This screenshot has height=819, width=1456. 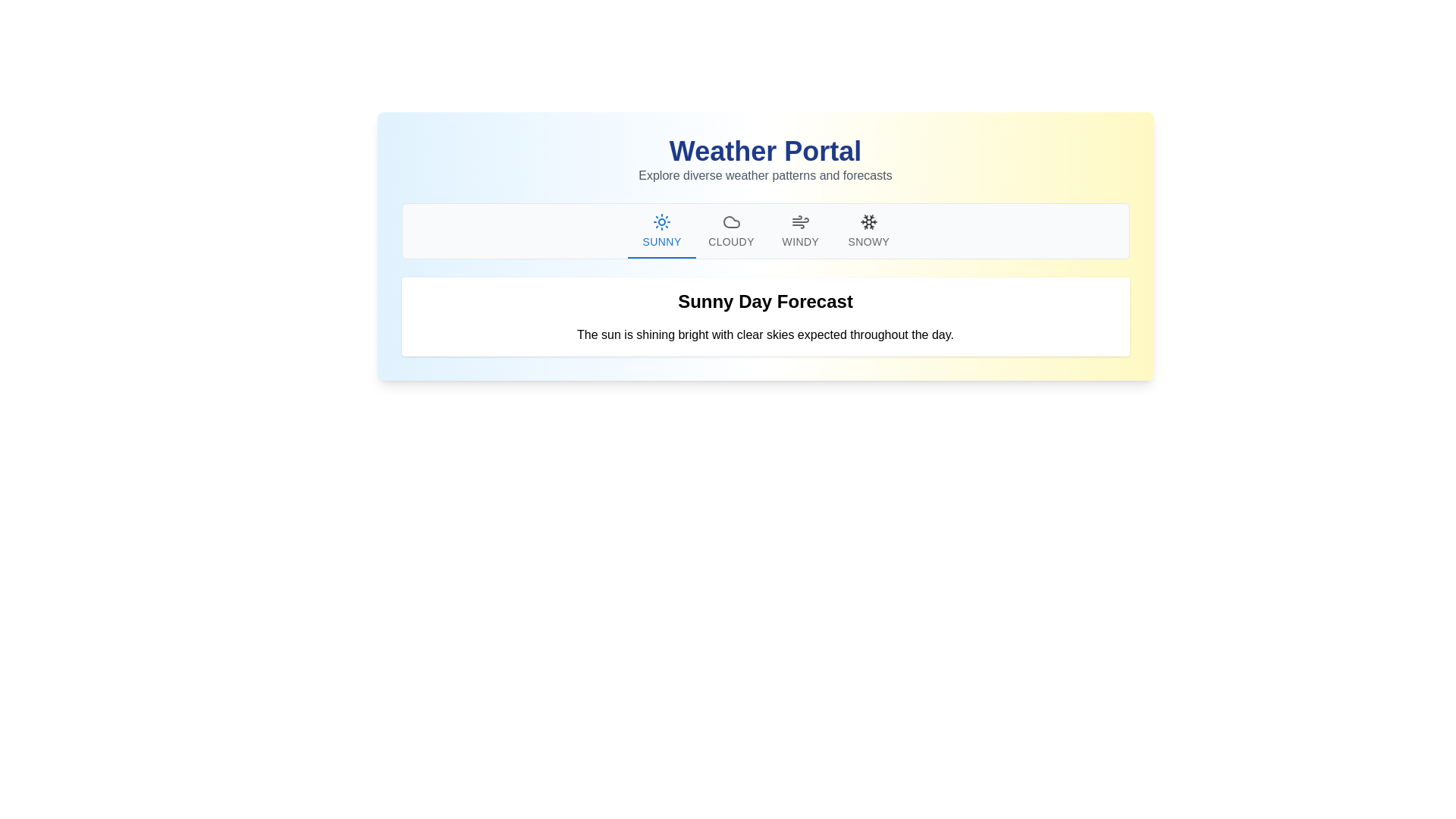 What do you see at coordinates (662, 231) in the screenshot?
I see `the 'Sunny' tab button, which is the first tab in the tab bar and features bright yellow text with a sun icon above it` at bounding box center [662, 231].